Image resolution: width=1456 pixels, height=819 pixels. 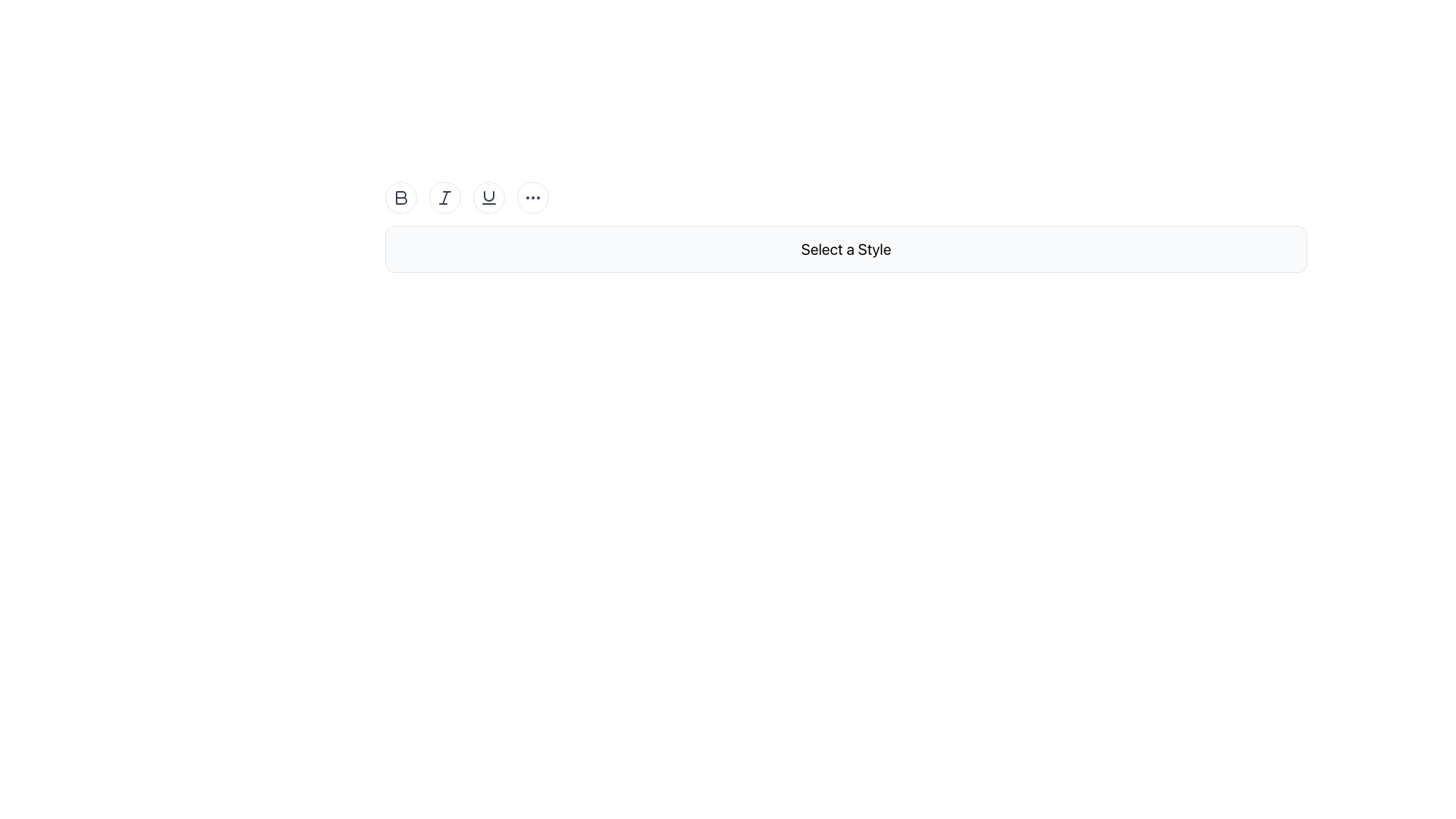 What do you see at coordinates (488, 197) in the screenshot?
I see `the icon button resembling an underline symbol located in the toolbar` at bounding box center [488, 197].